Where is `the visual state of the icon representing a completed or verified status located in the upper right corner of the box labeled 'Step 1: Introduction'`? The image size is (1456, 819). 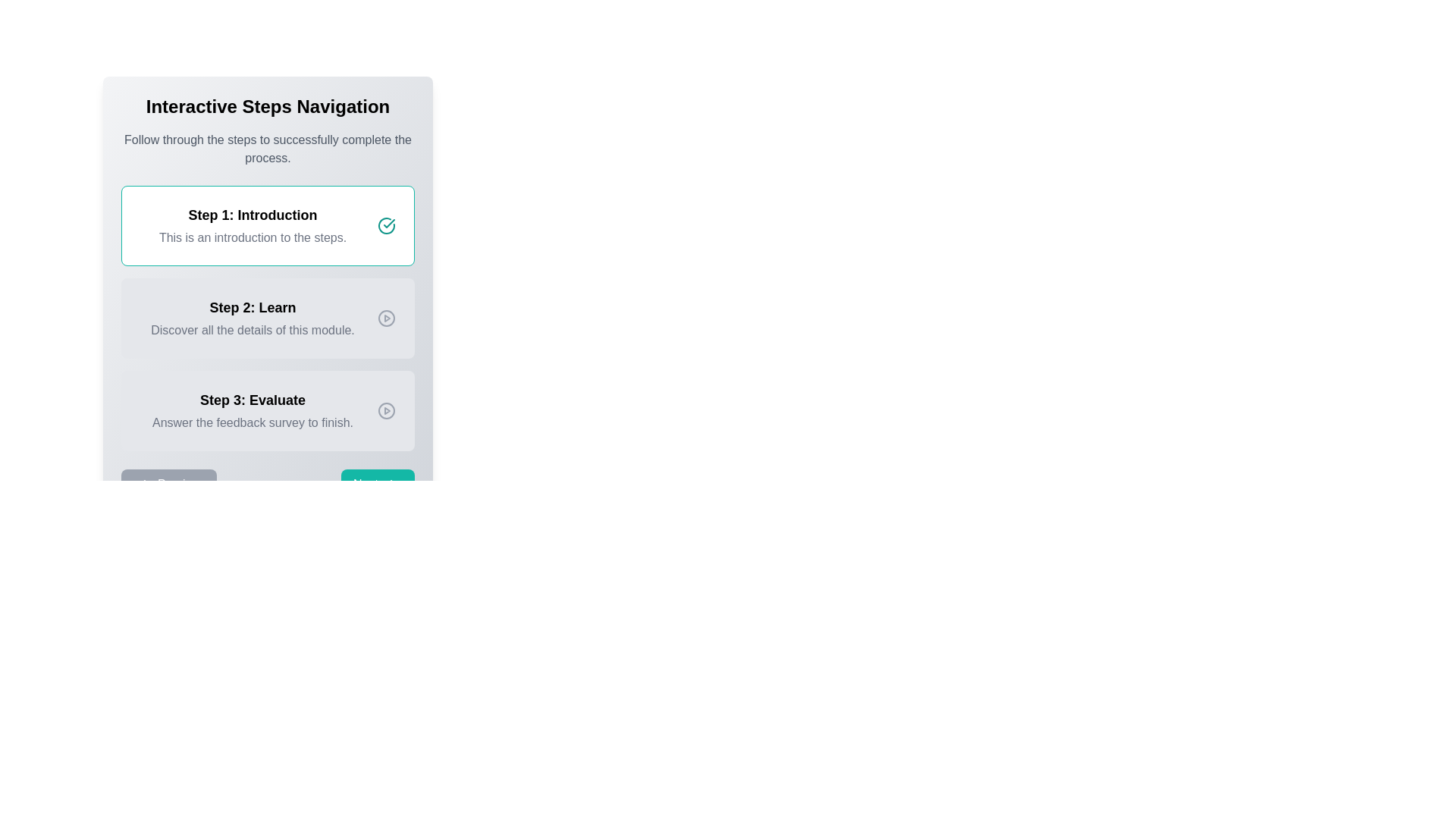
the visual state of the icon representing a completed or verified status located in the upper right corner of the box labeled 'Step 1: Introduction' is located at coordinates (386, 225).